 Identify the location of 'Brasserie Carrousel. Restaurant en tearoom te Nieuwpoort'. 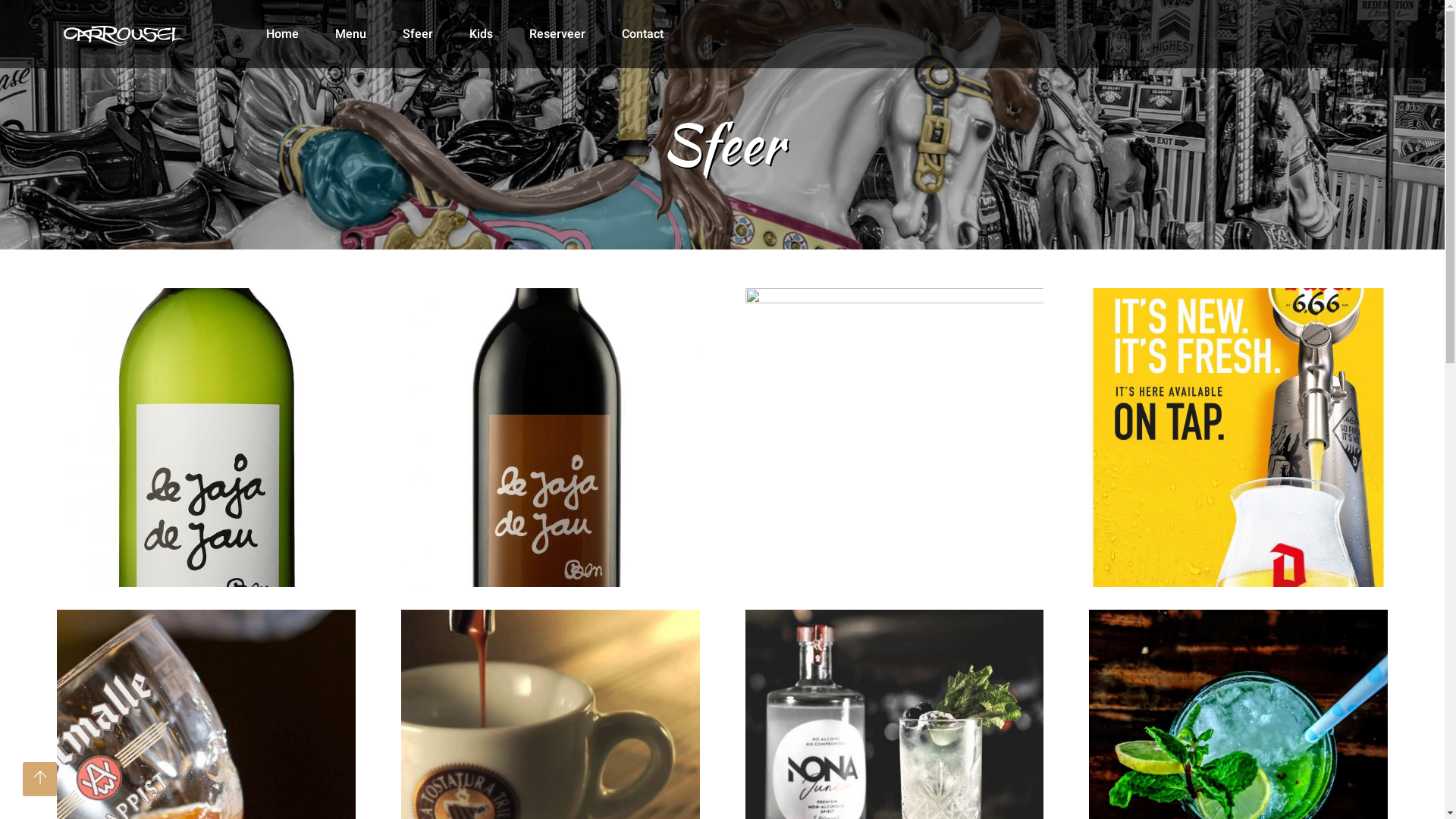
(124, 27).